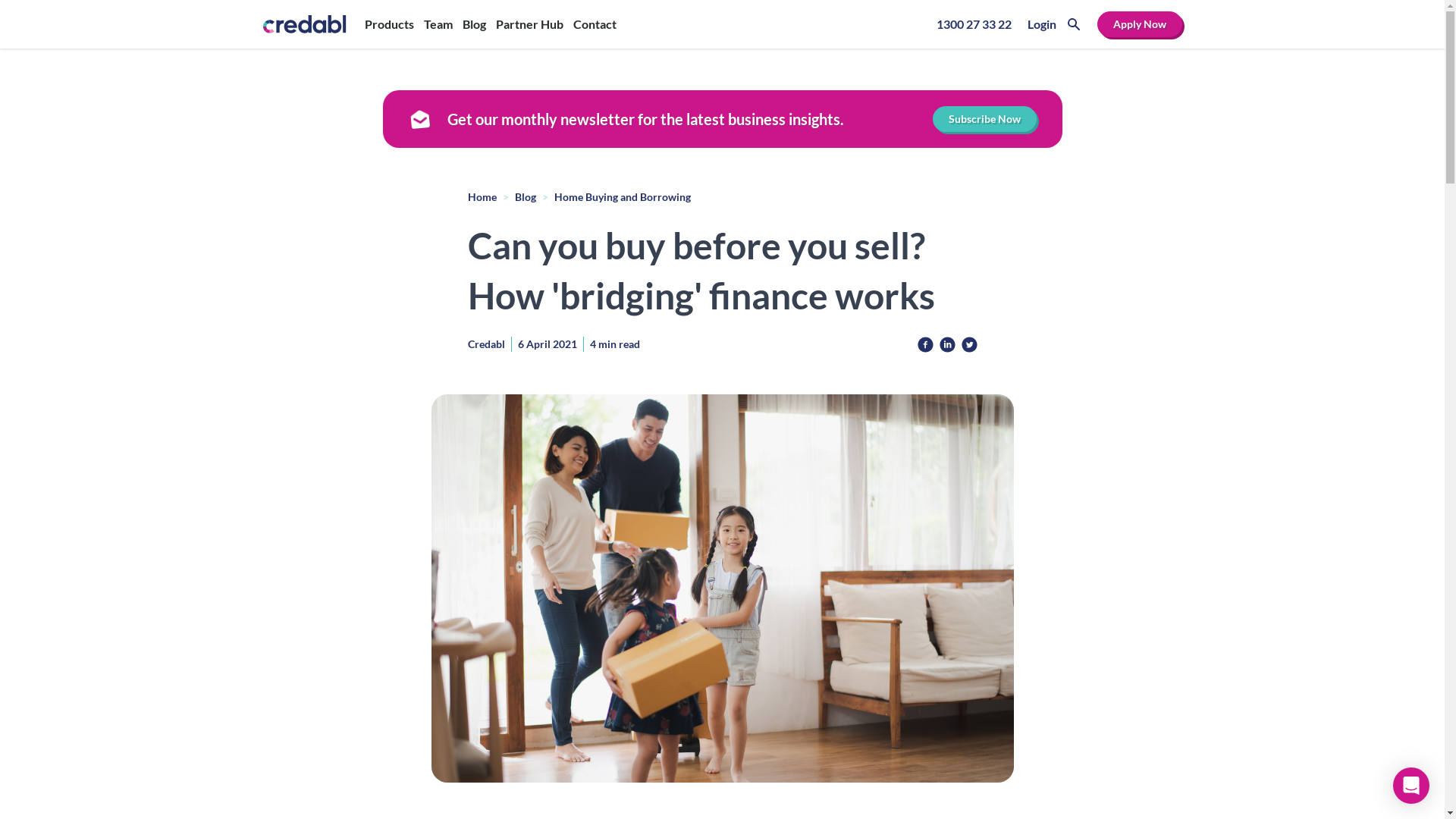  Describe the element at coordinates (1065, 24) in the screenshot. I see `'Search'` at that location.